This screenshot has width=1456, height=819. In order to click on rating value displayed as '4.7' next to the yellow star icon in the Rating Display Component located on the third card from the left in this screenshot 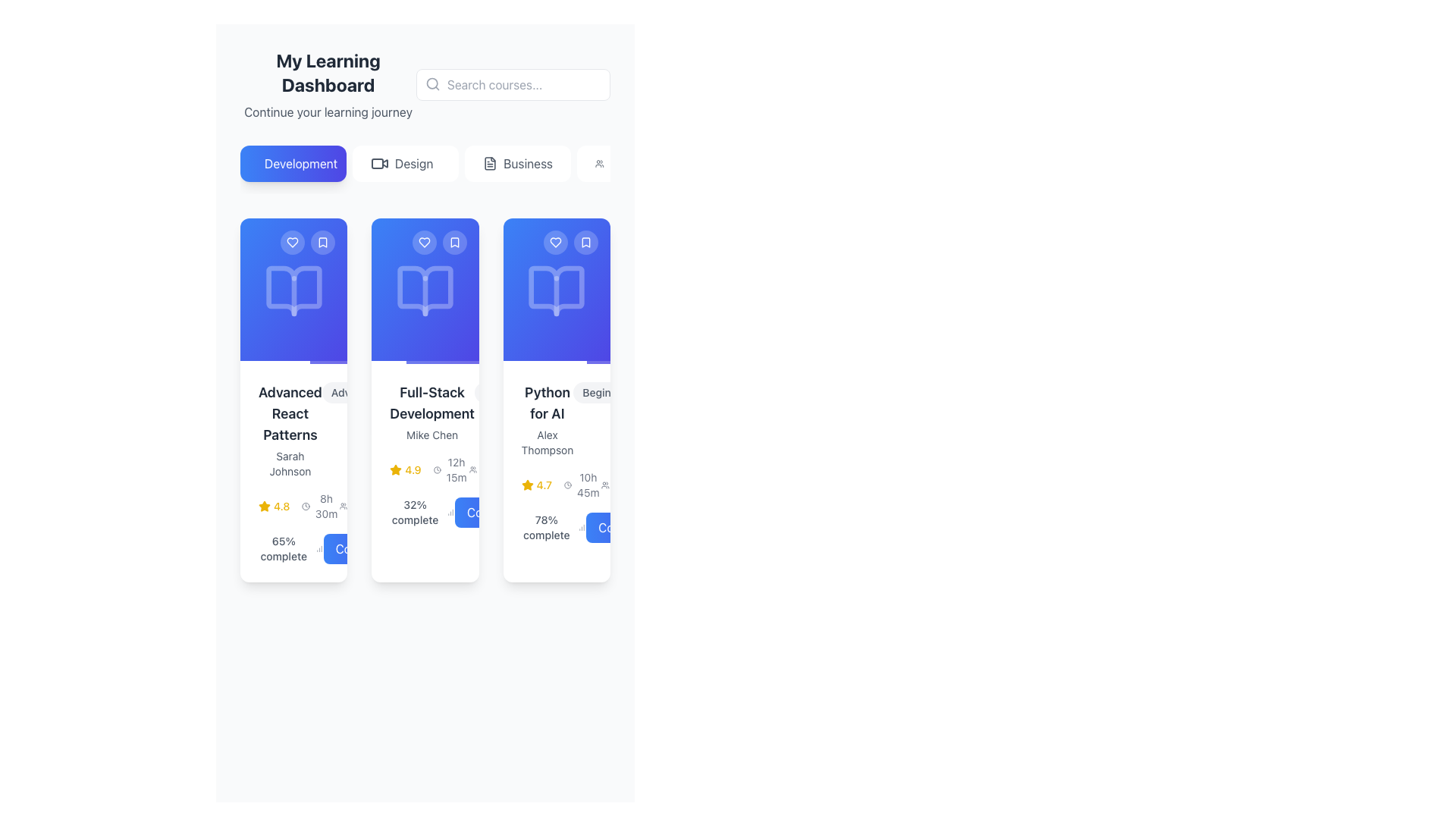, I will do `click(536, 485)`.